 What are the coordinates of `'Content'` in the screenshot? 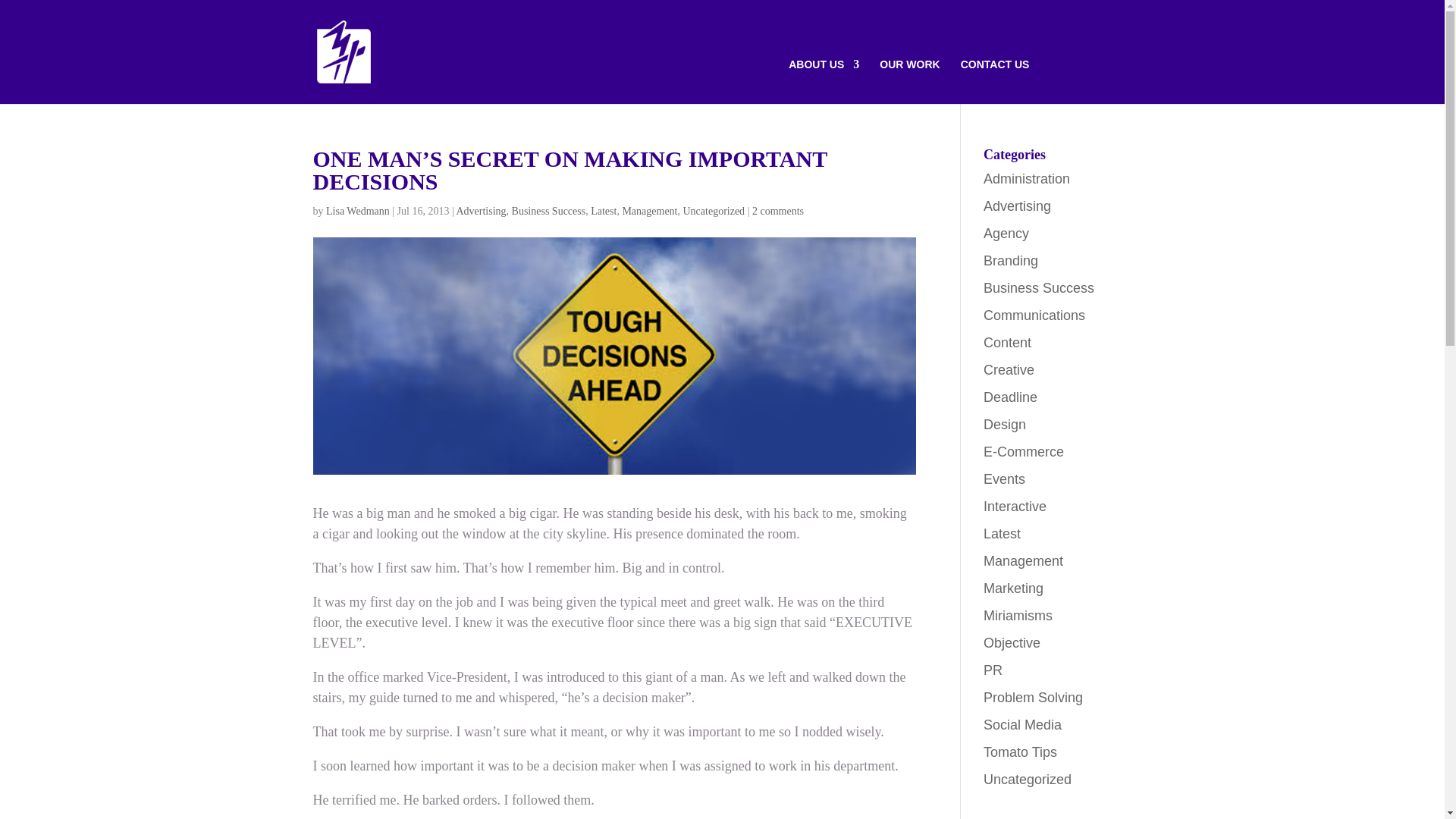 It's located at (1007, 343).